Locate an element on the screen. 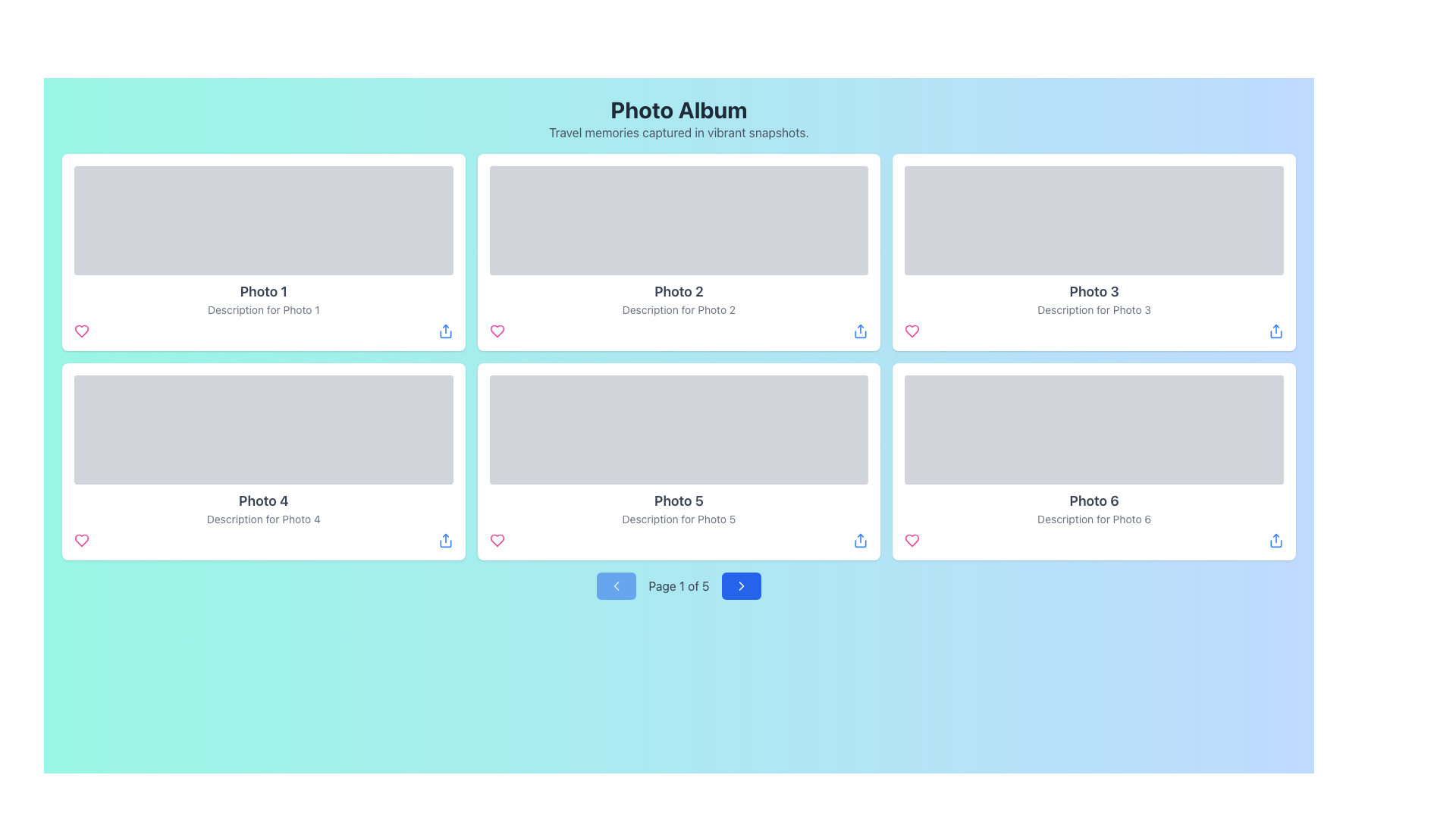 The image size is (1456, 819). the text label located in the third card of the grid layout, which serves as a heading for the content displayed is located at coordinates (1094, 292).